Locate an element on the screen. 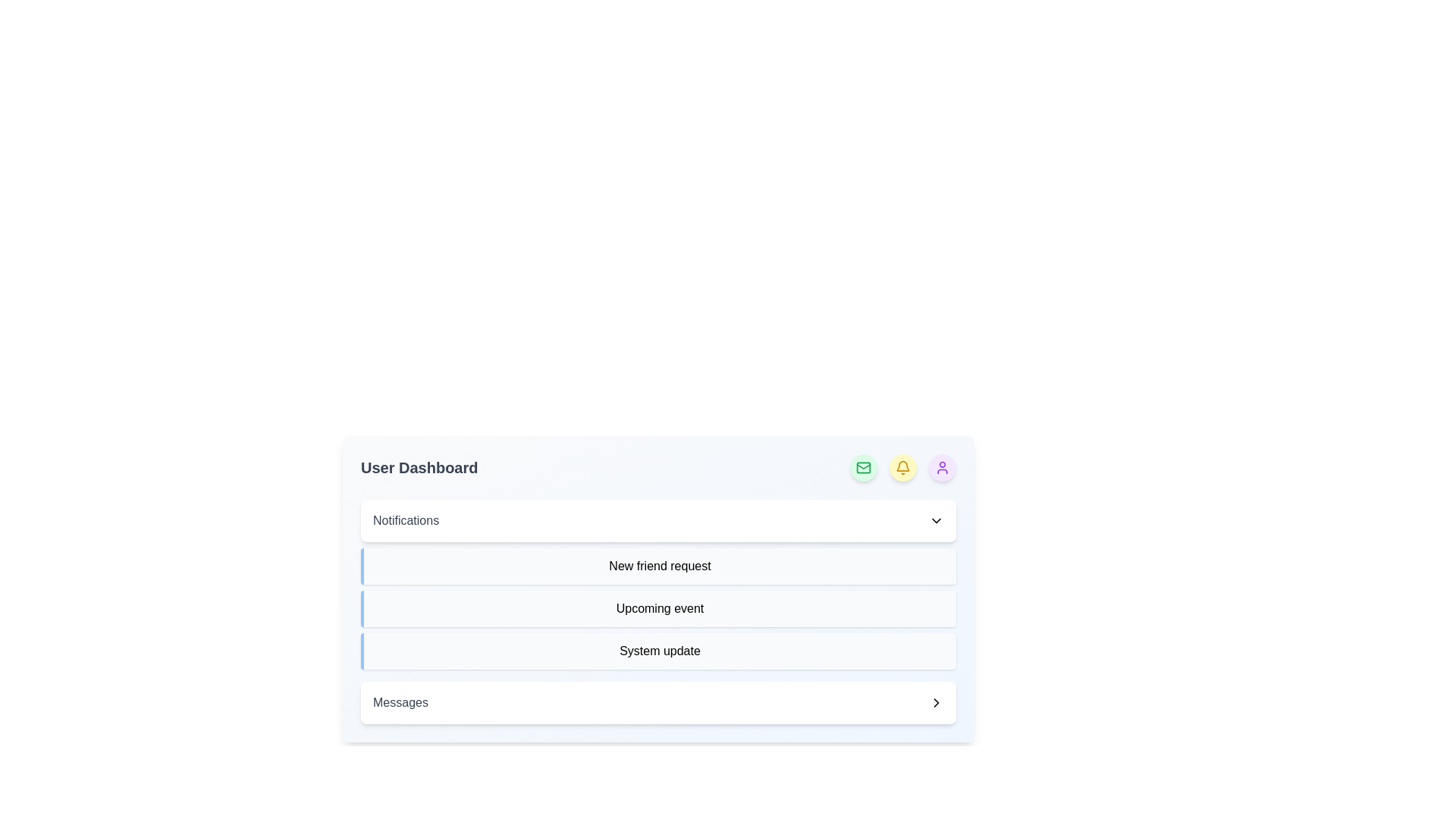 This screenshot has width=1456, height=819. the rectangular component with rounded corners that forms the body of the envelope icon in the top-right corner of the dashboard interface is located at coordinates (863, 467).